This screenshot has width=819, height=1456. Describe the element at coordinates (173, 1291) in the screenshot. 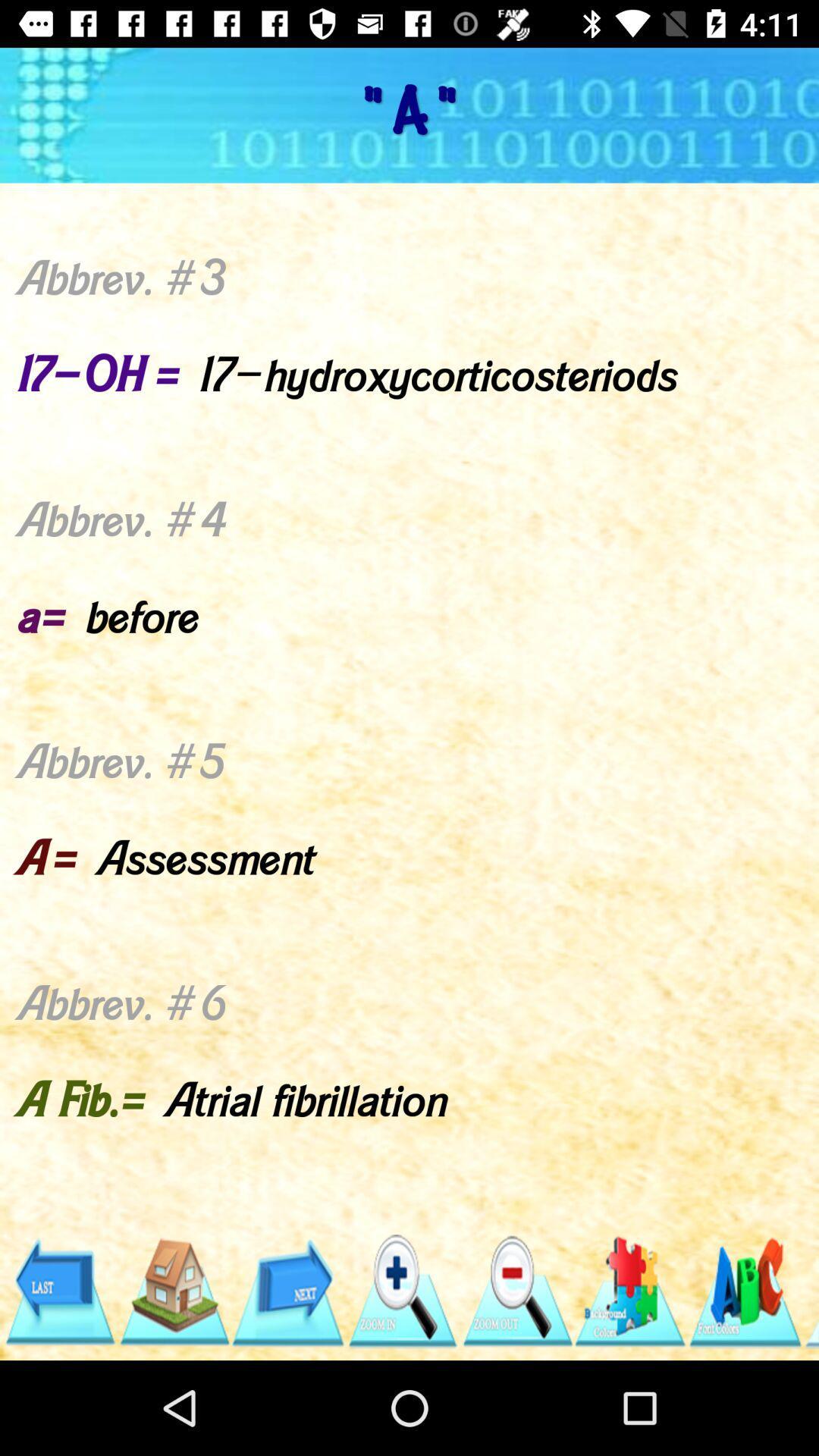

I see `click home` at that location.